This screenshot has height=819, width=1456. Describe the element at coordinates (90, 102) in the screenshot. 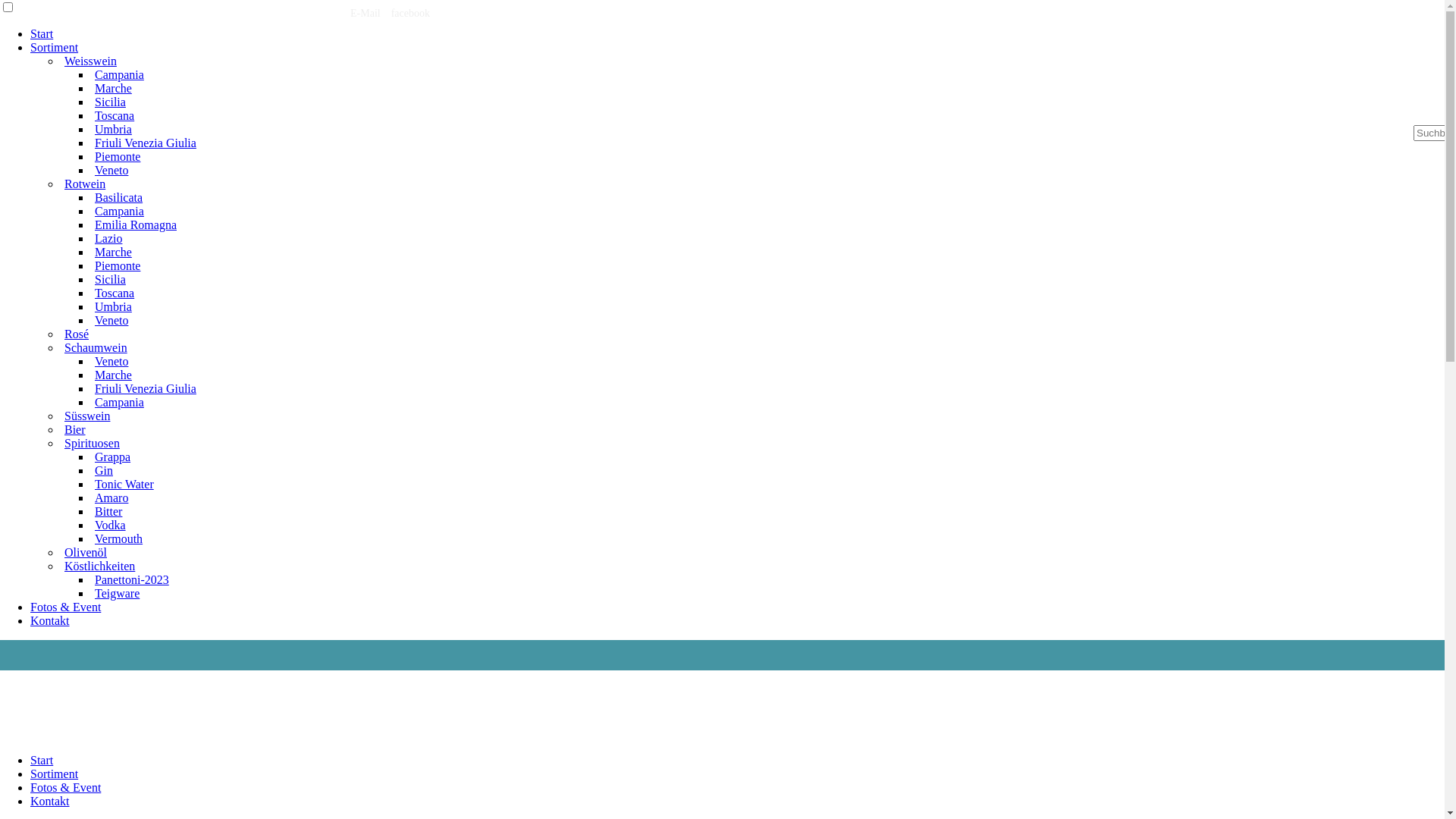

I see `'Sicilia'` at that location.